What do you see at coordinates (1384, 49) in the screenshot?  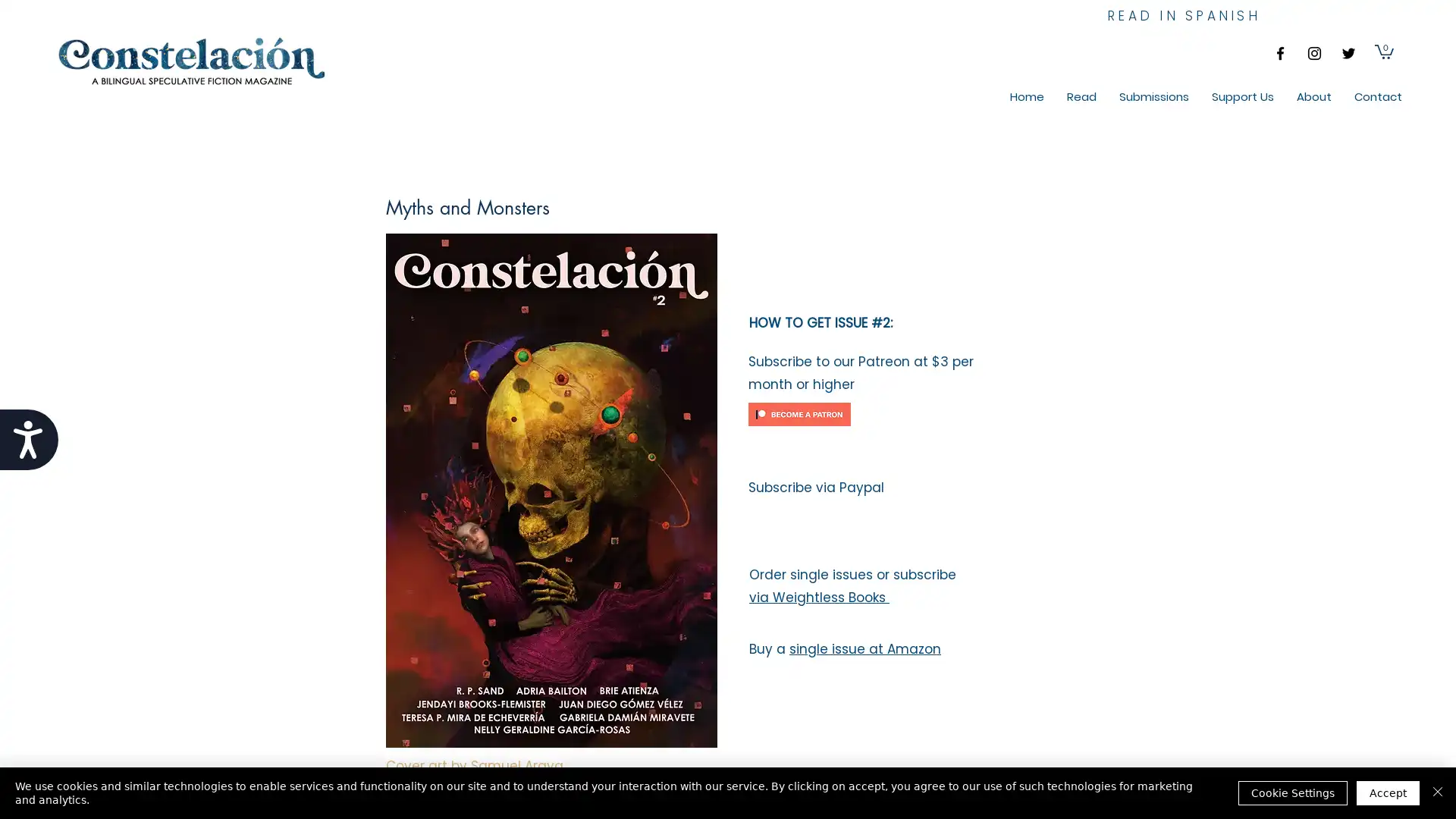 I see `Cart with 0 items` at bounding box center [1384, 49].